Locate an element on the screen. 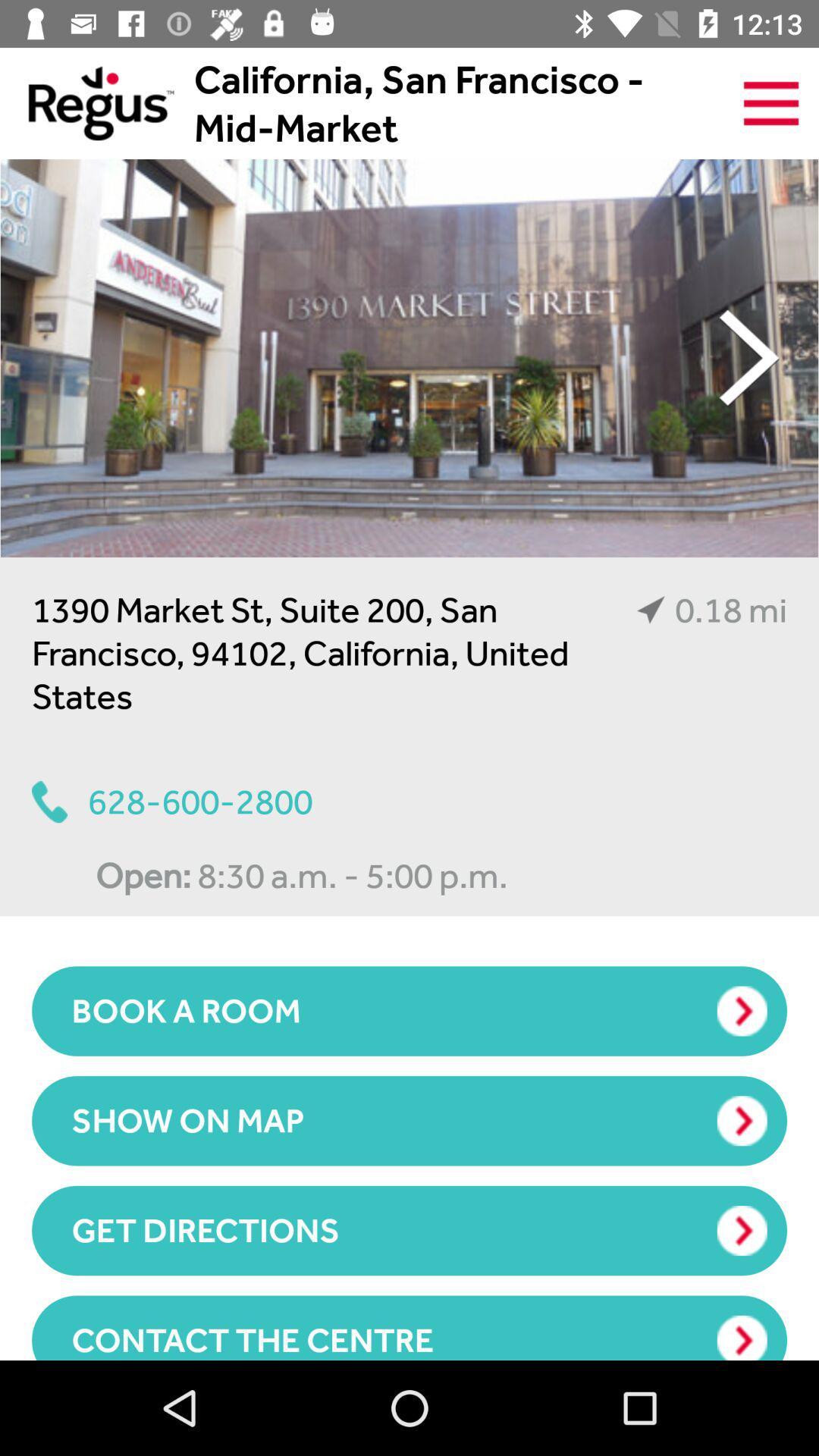  main site is located at coordinates (86, 102).